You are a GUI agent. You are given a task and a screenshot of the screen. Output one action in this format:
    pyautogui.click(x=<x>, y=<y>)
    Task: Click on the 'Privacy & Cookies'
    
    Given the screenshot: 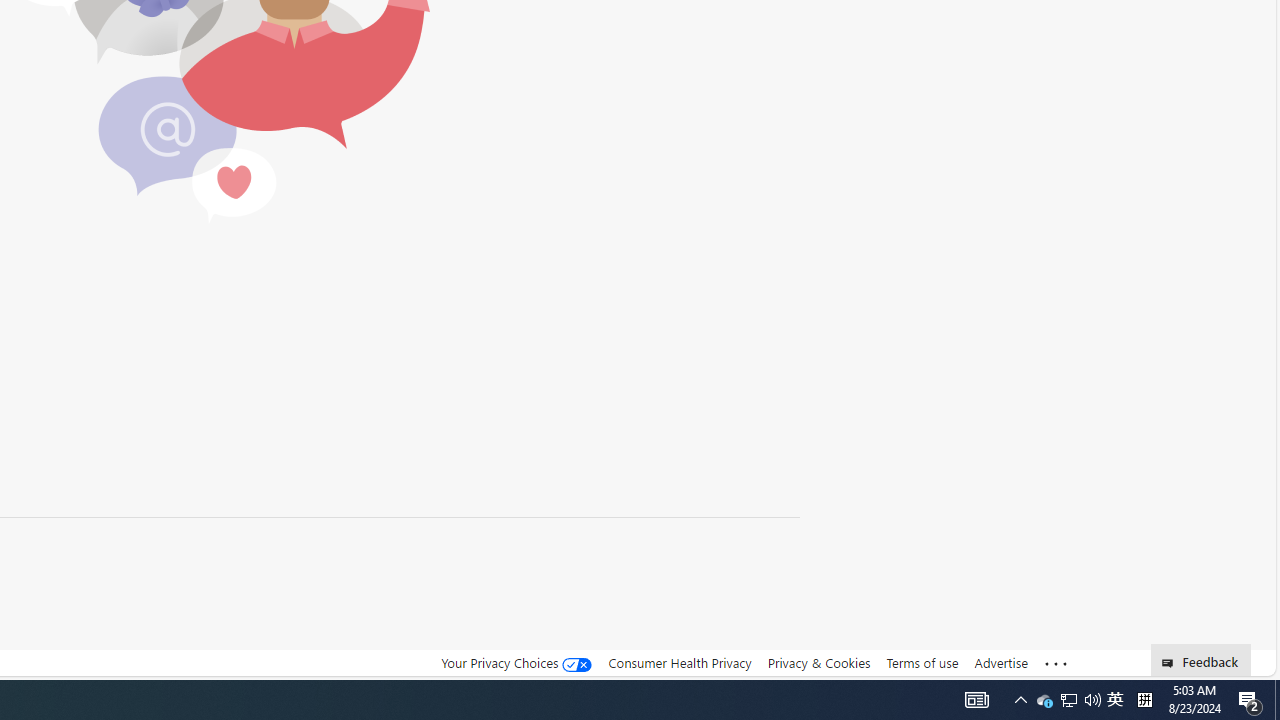 What is the action you would take?
    pyautogui.click(x=818, y=662)
    